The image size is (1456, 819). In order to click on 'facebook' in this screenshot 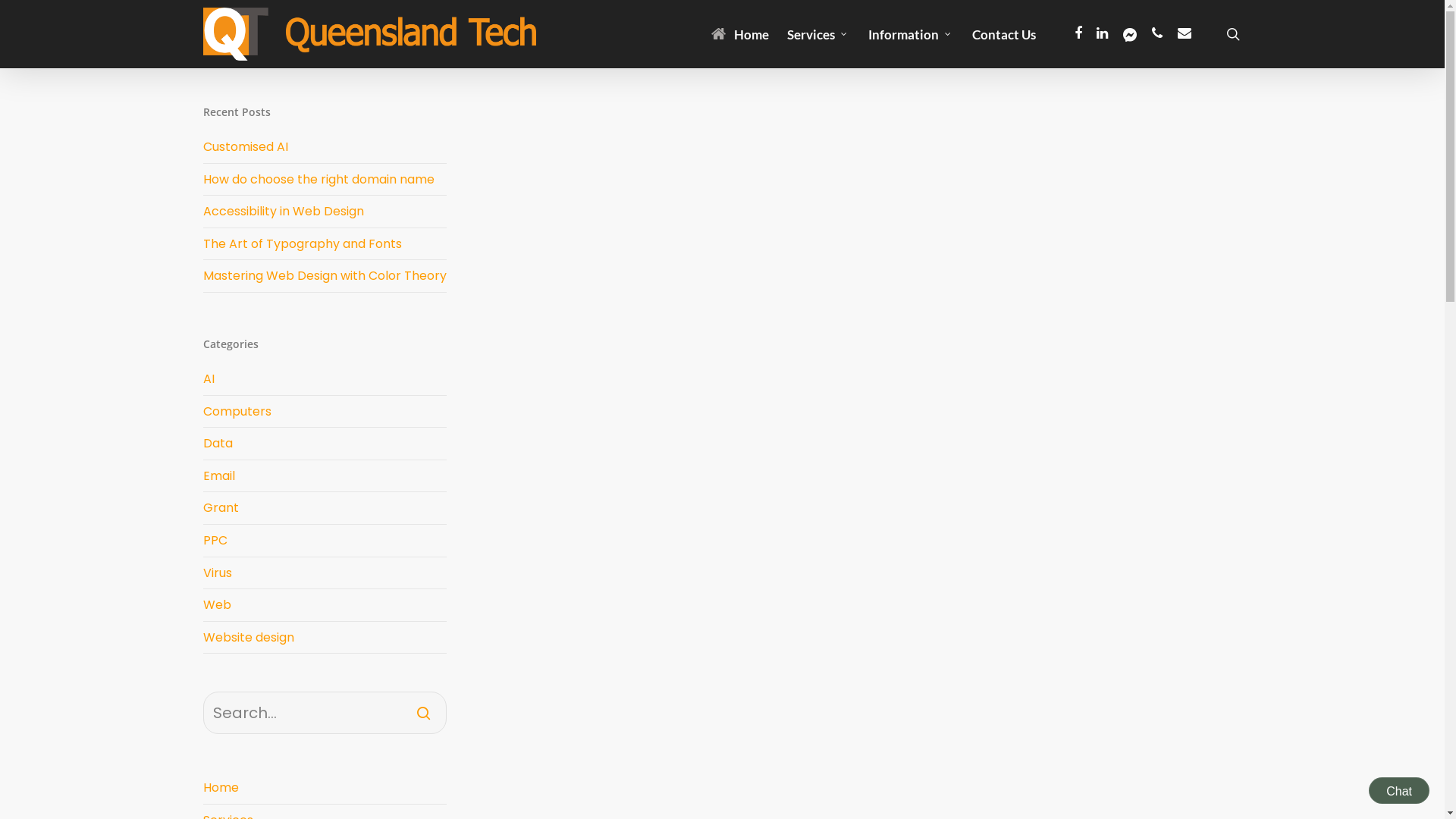, I will do `click(1077, 34)`.